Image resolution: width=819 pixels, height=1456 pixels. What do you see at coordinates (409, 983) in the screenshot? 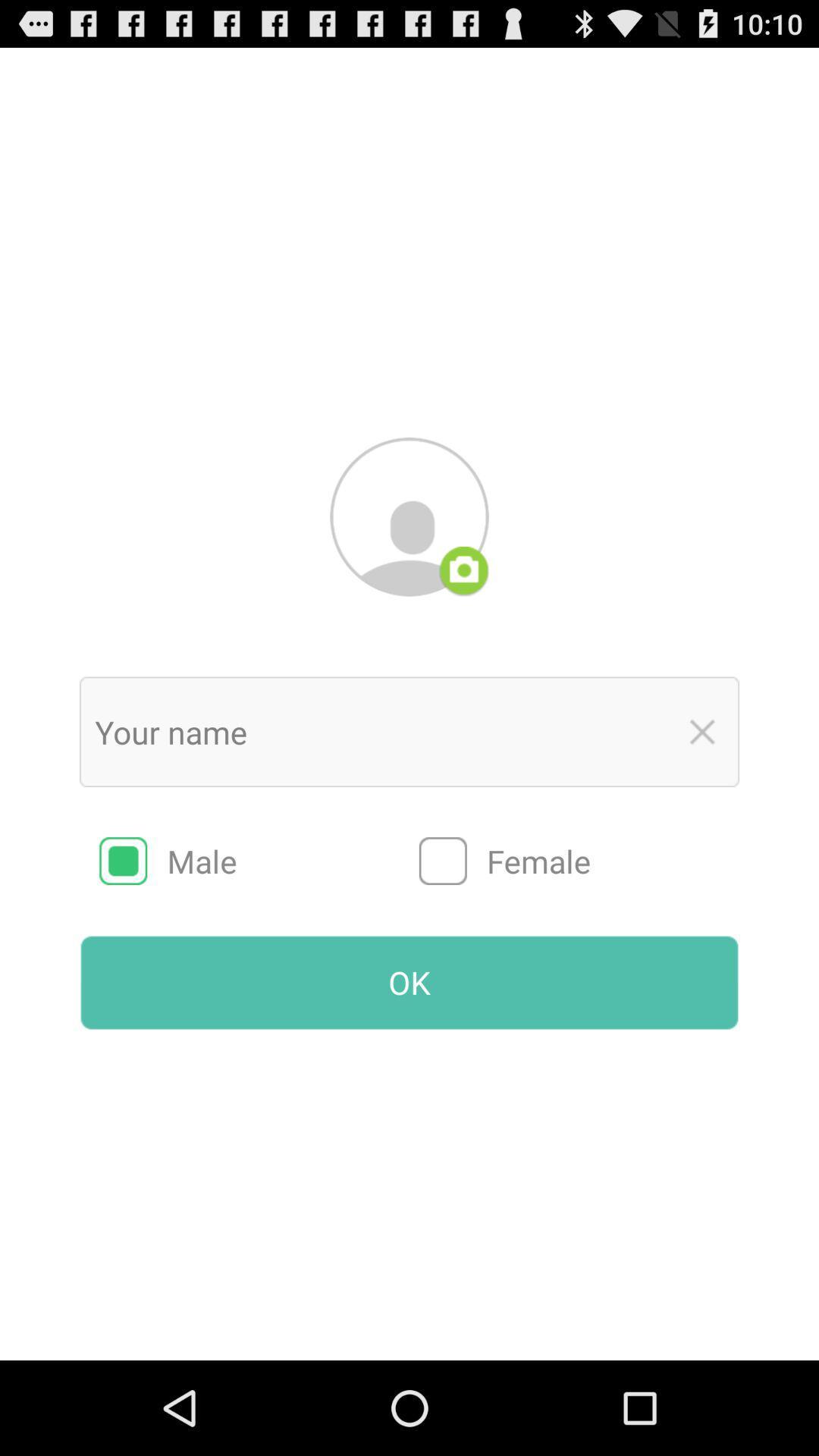
I see `the ok button` at bounding box center [409, 983].